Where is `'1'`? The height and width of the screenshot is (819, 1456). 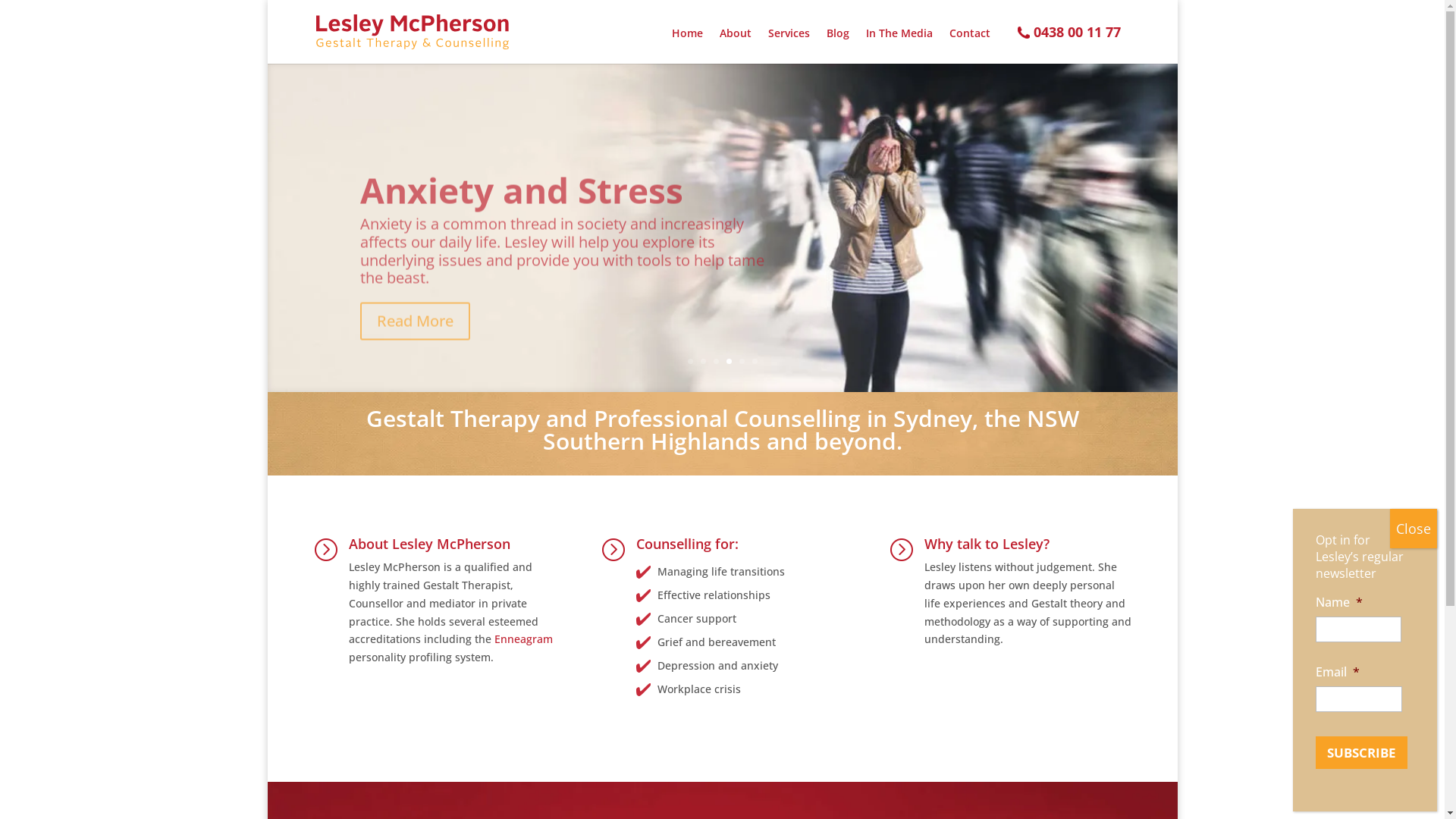
'1' is located at coordinates (689, 361).